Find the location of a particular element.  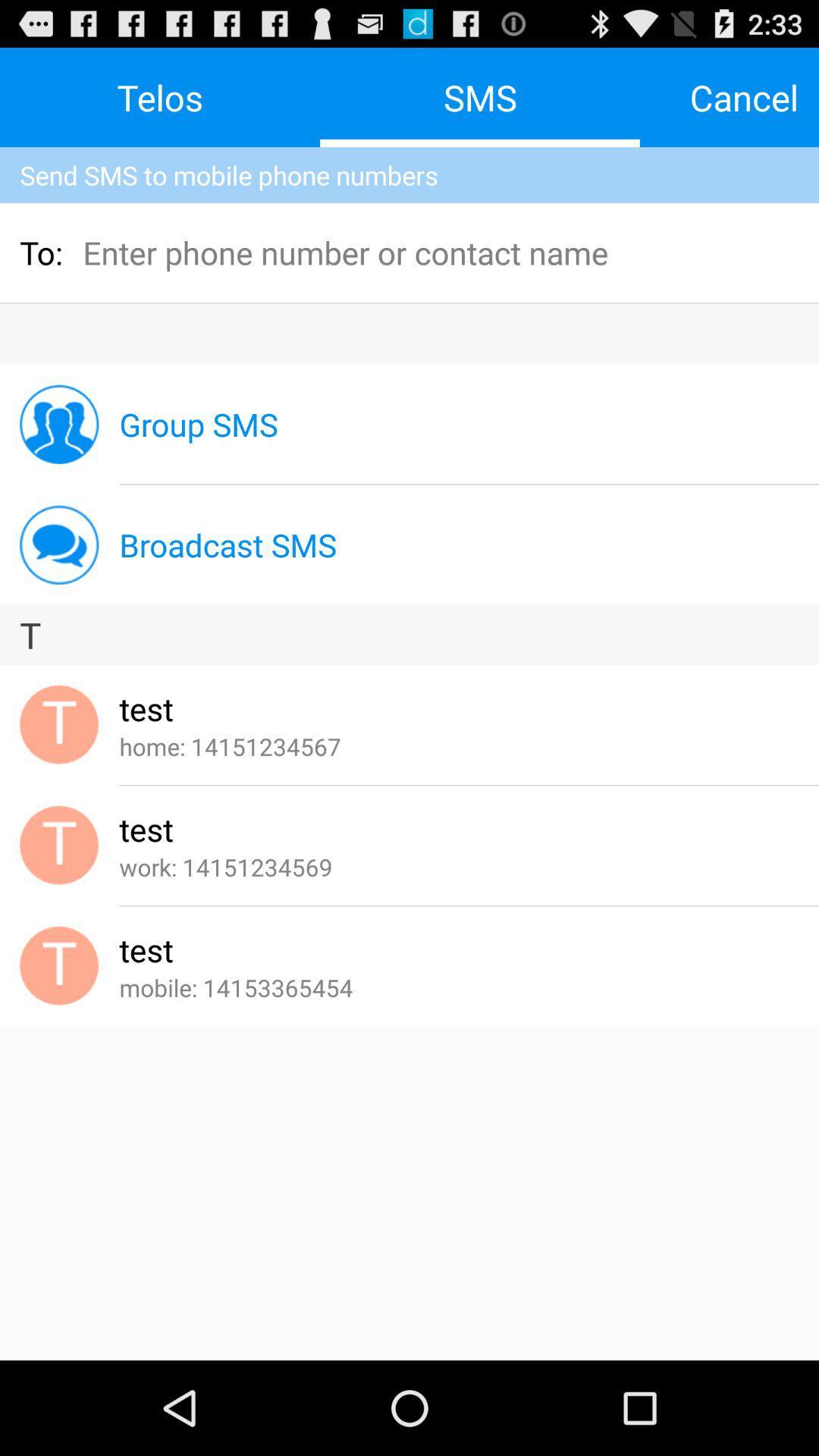

the app below the test is located at coordinates (236, 987).